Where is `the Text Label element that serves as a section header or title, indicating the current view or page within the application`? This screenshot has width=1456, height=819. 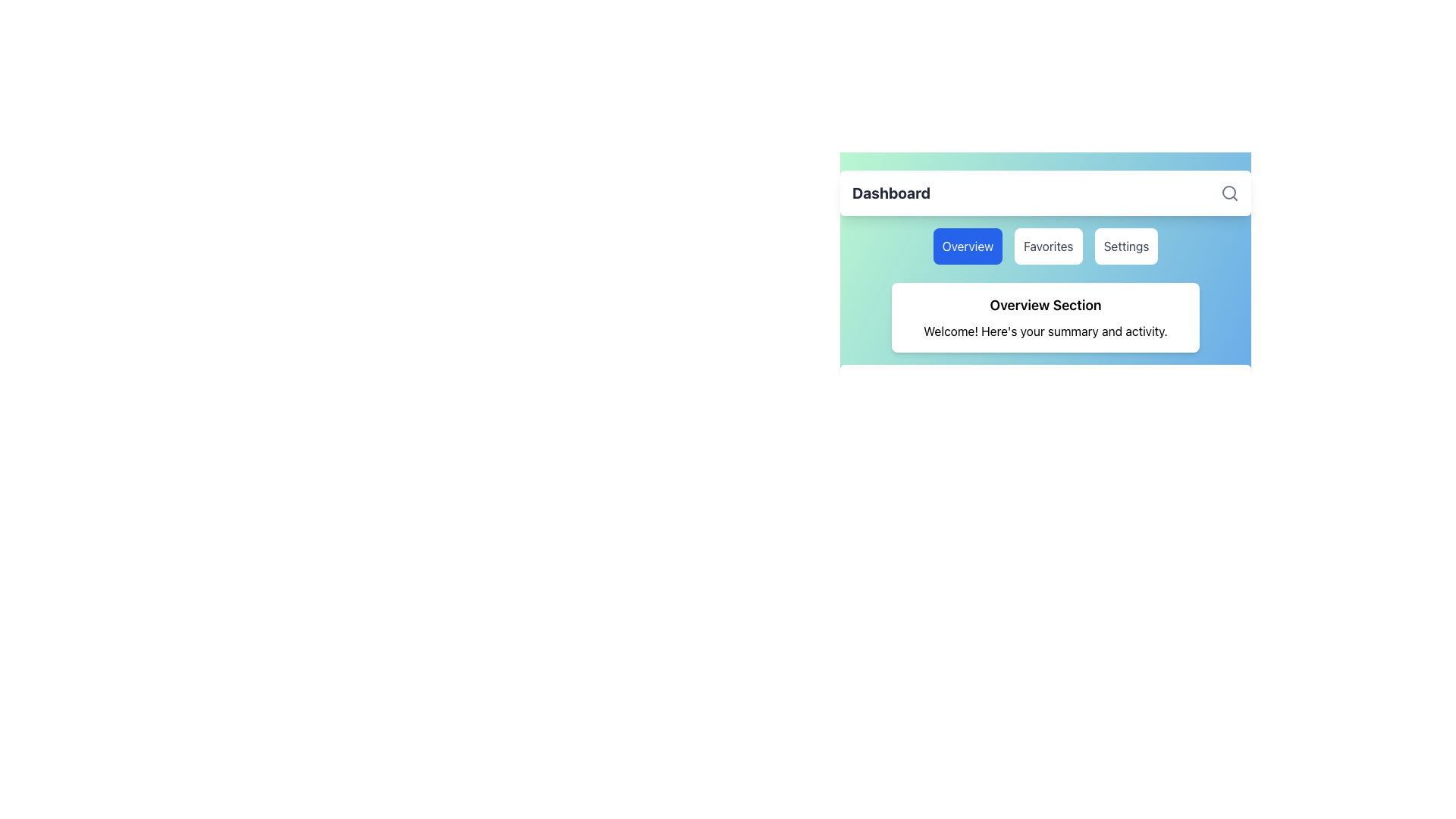 the Text Label element that serves as a section header or title, indicating the current view or page within the application is located at coordinates (891, 192).